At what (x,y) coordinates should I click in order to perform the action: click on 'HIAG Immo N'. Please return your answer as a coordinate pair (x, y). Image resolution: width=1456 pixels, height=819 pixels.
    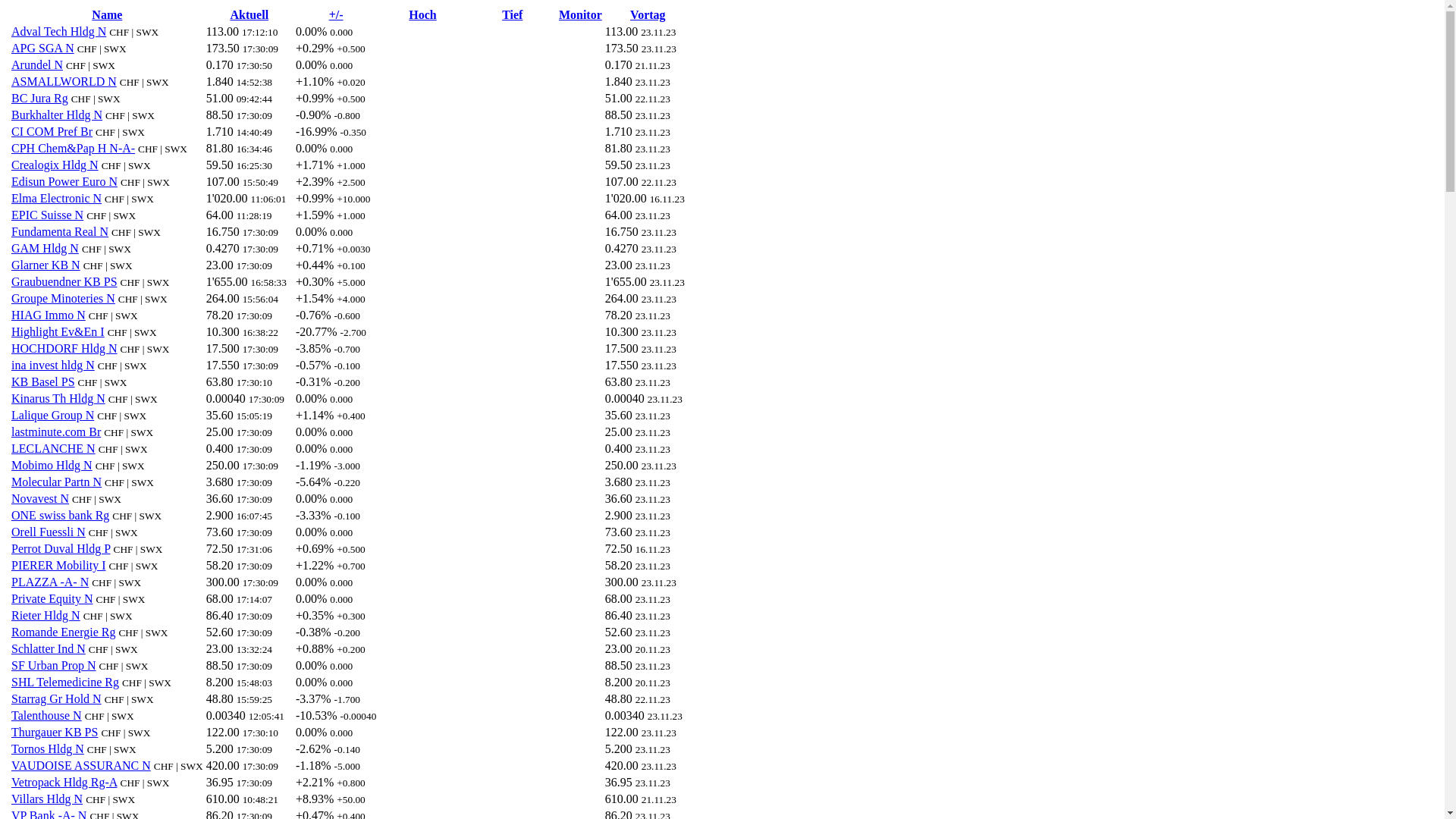
    Looking at the image, I should click on (48, 314).